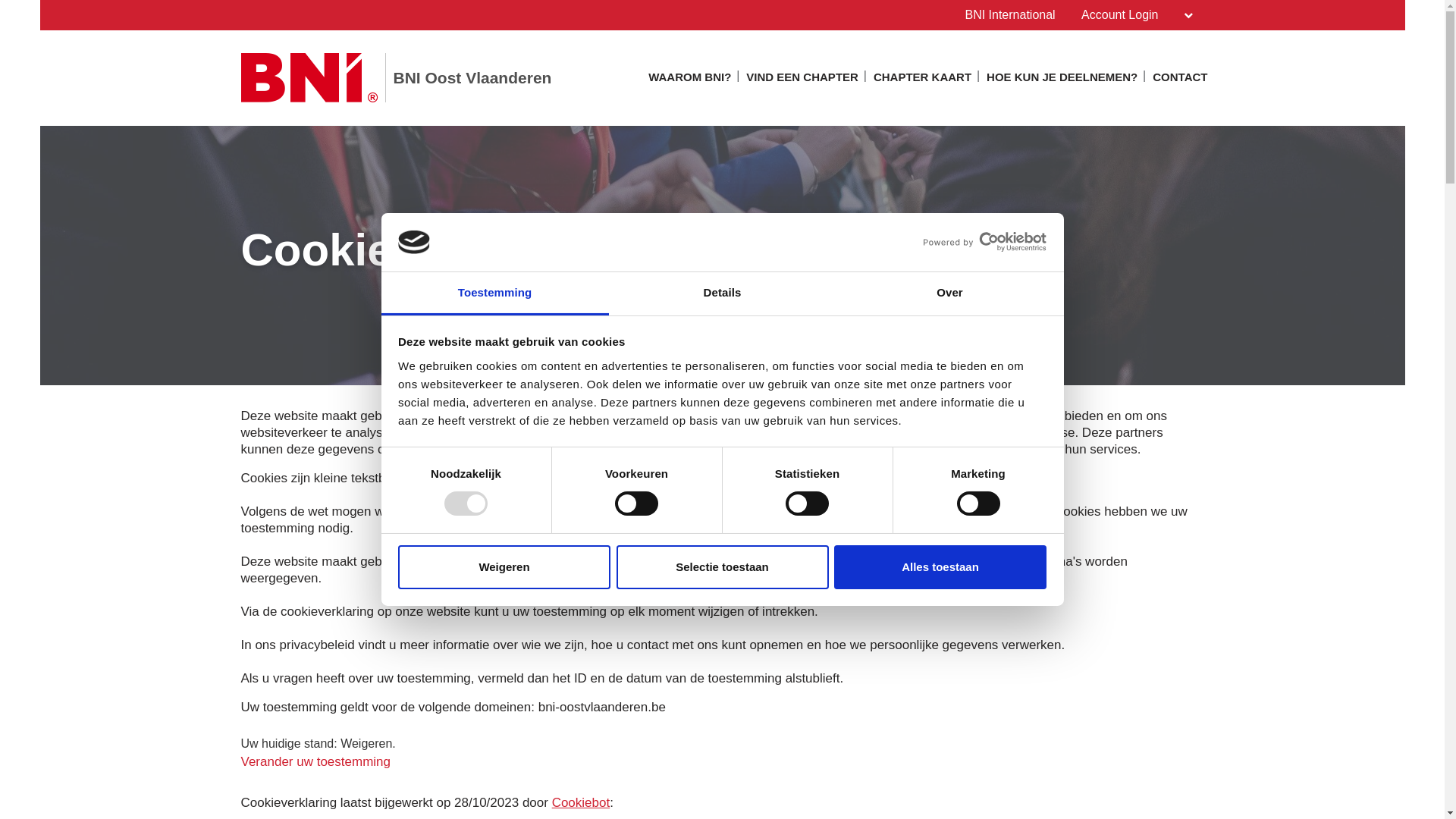  I want to click on 'HOE KUN JE DEELNEMEN?', so click(1061, 81).